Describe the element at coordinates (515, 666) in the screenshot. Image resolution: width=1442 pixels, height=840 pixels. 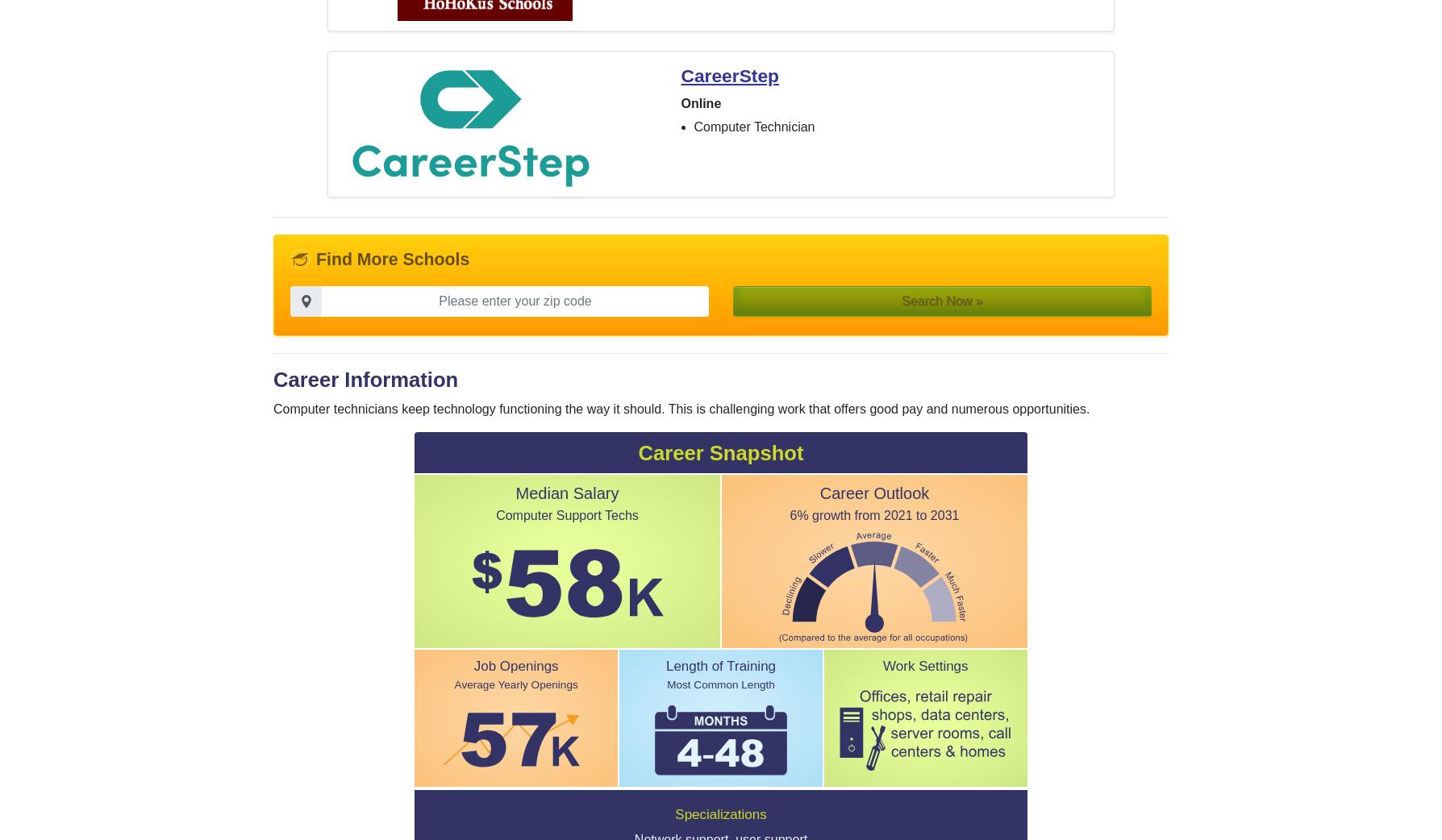
I see `'Job Openings'` at that location.